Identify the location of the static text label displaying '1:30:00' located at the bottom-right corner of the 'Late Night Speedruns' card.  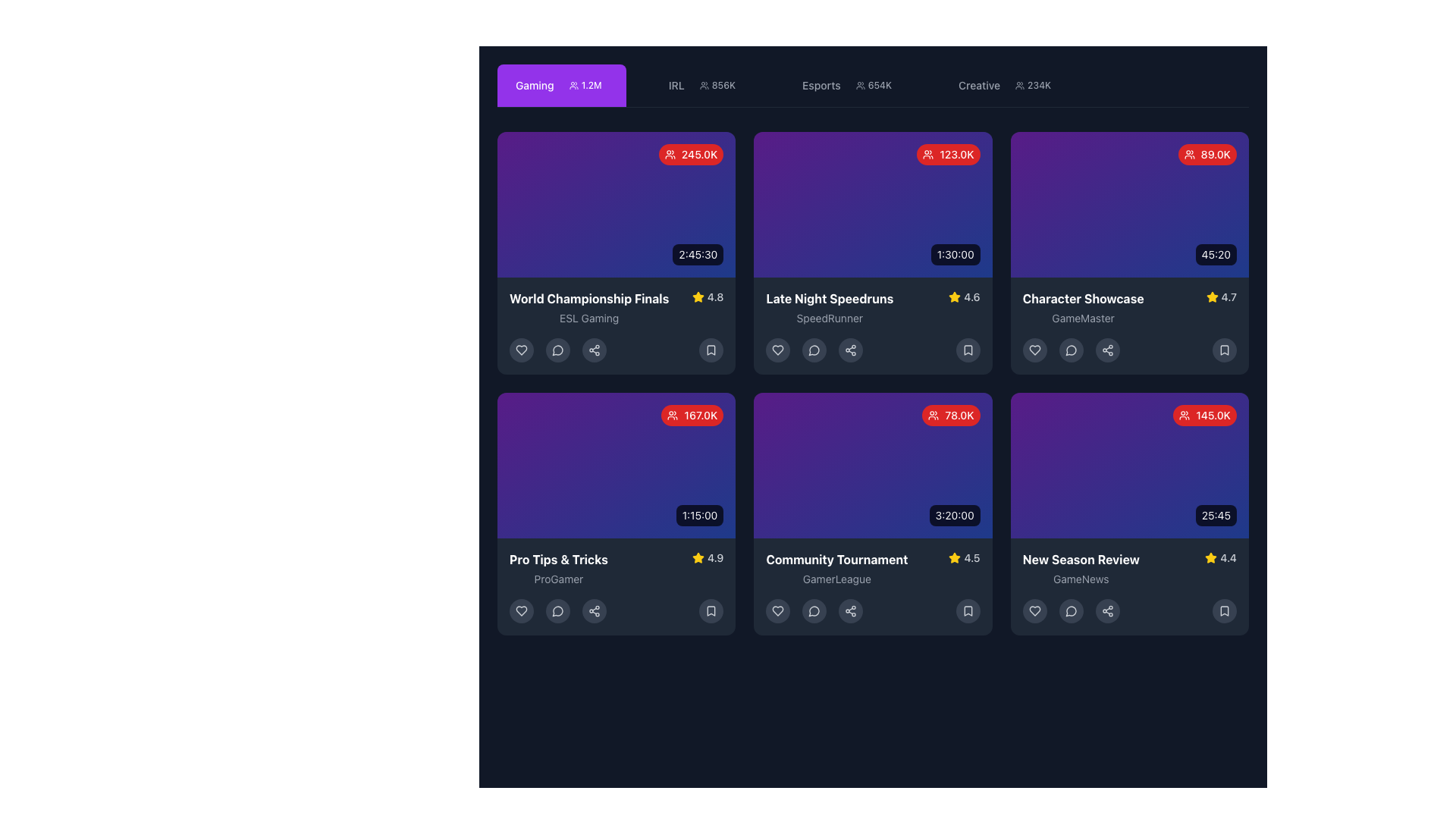
(955, 253).